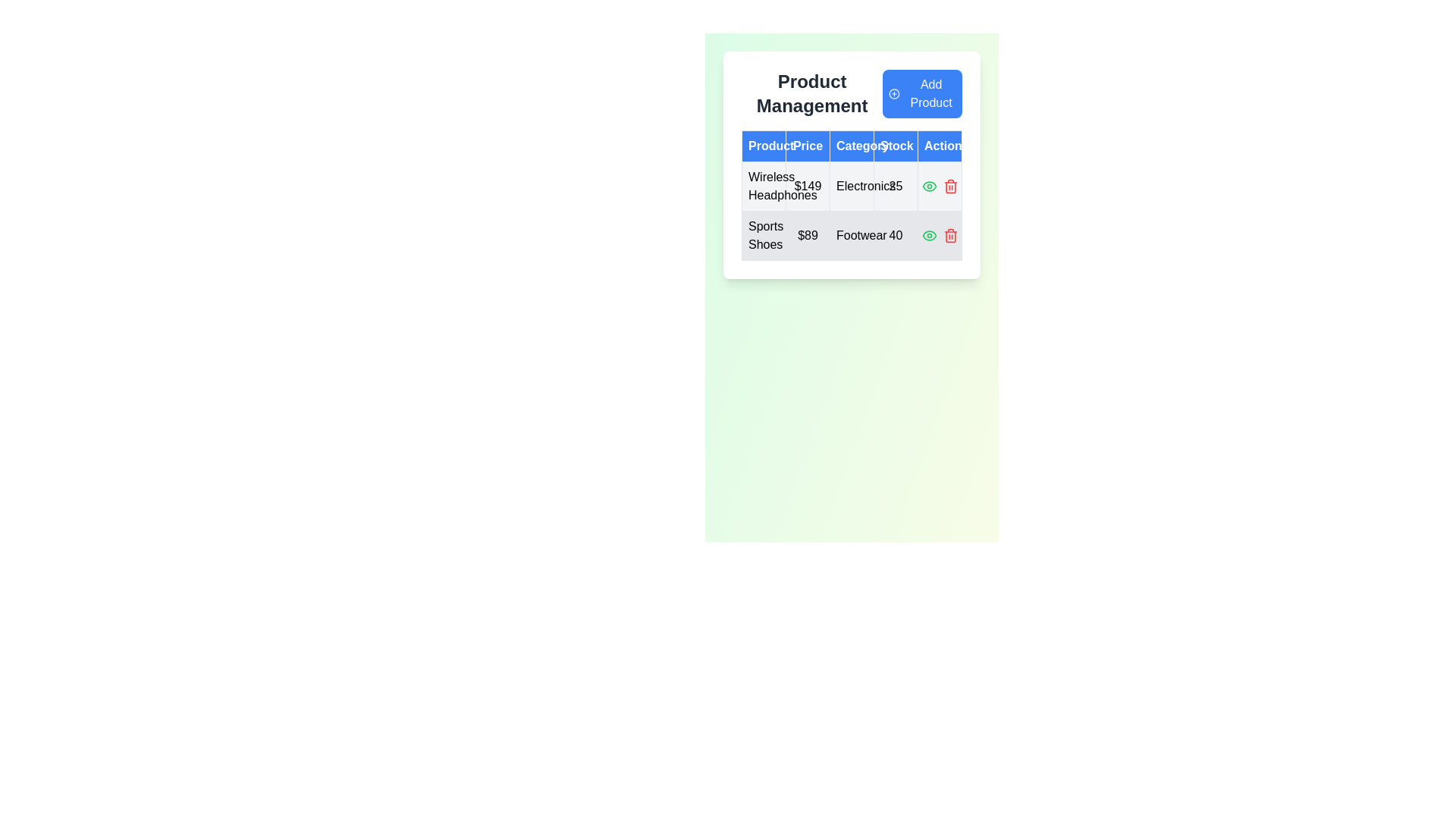 The width and height of the screenshot is (1456, 819). Describe the element at coordinates (807, 146) in the screenshot. I see `text from the Table Header Cell that represents the Price values in the data table, located at the second position from the left, between 'Product' and 'Category'` at that location.